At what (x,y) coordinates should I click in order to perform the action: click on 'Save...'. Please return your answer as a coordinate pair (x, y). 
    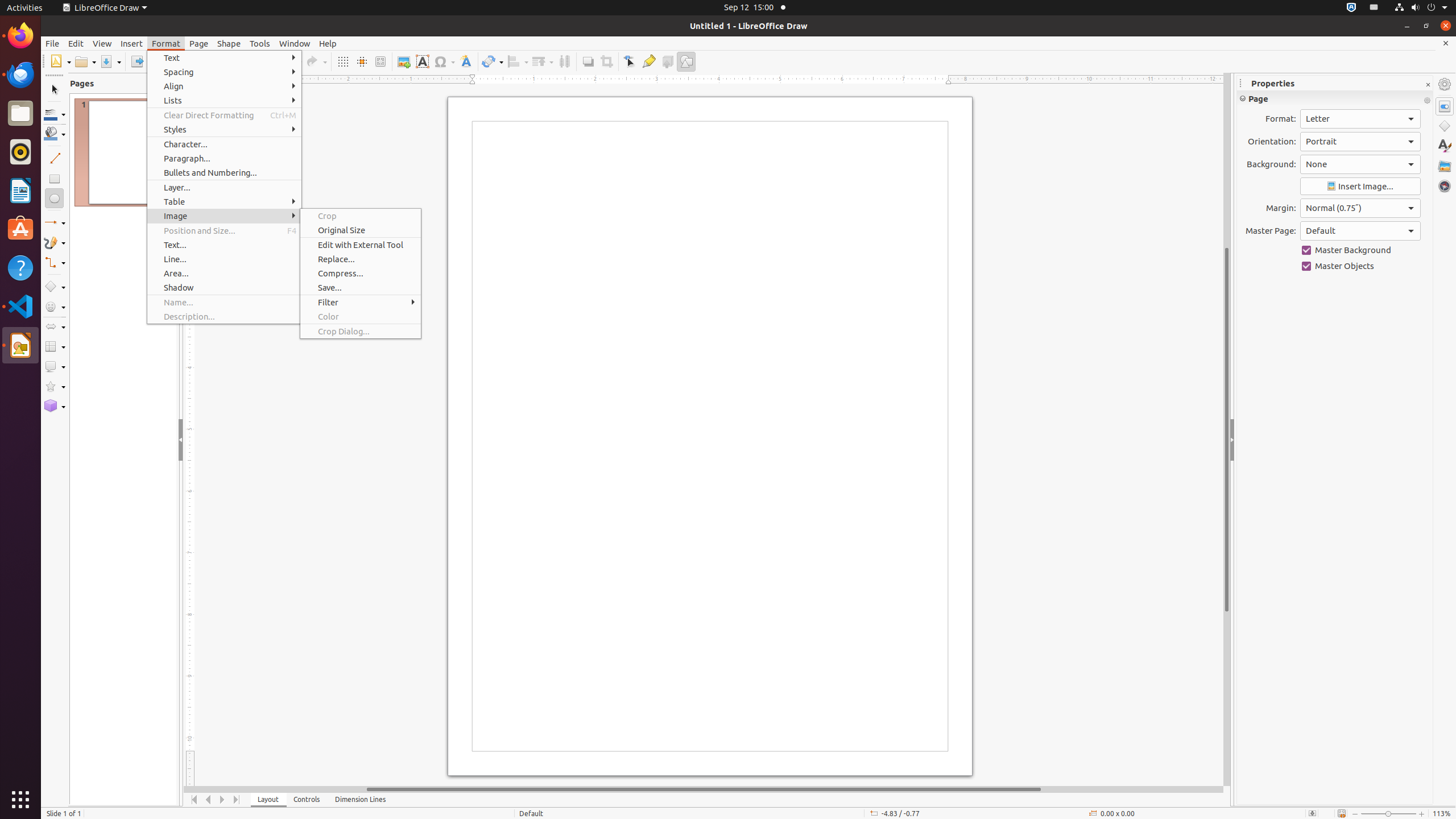
    Looking at the image, I should click on (360, 287).